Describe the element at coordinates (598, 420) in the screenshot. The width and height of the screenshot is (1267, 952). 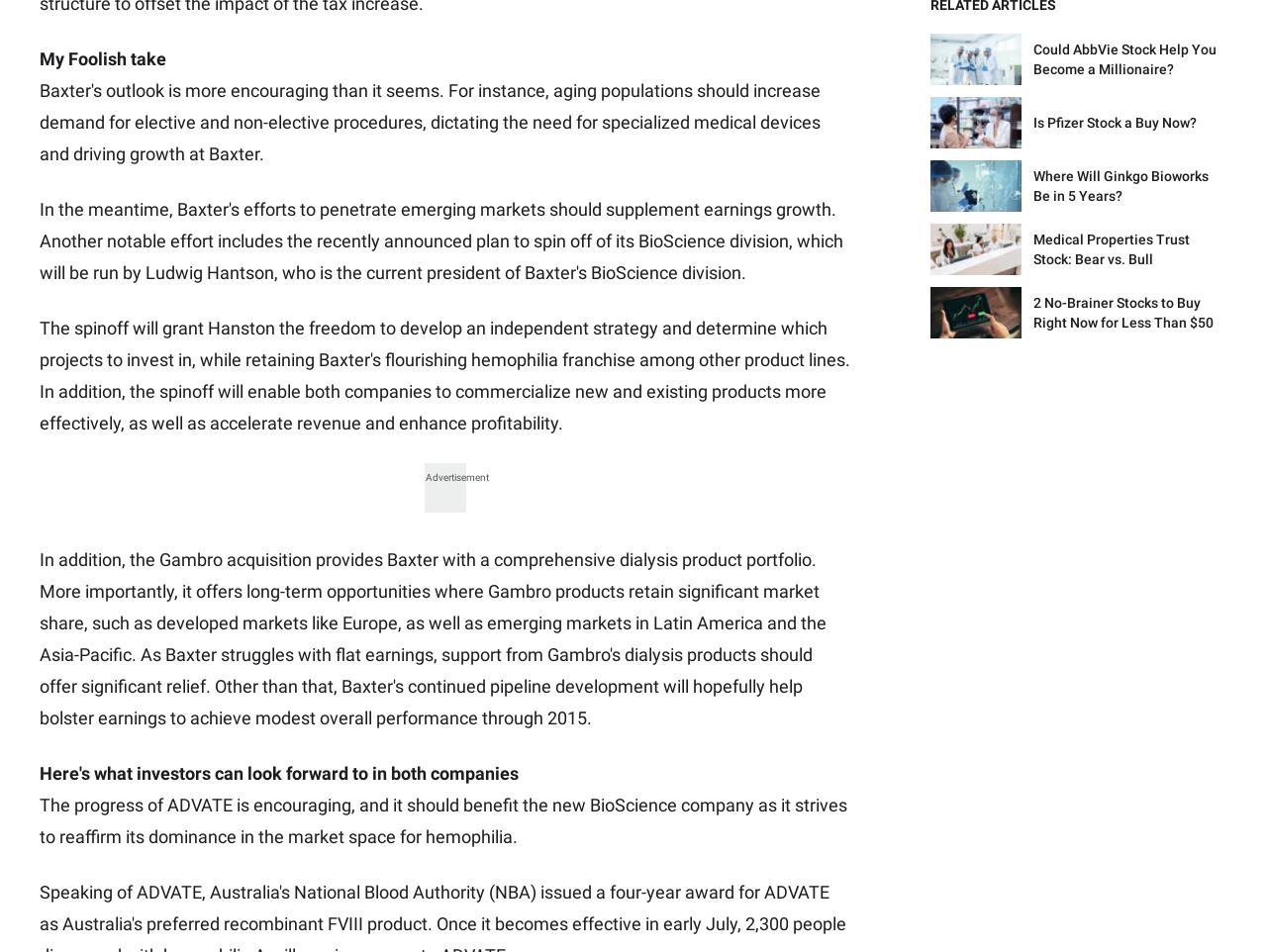
I see `'Rule Your Retirement'` at that location.